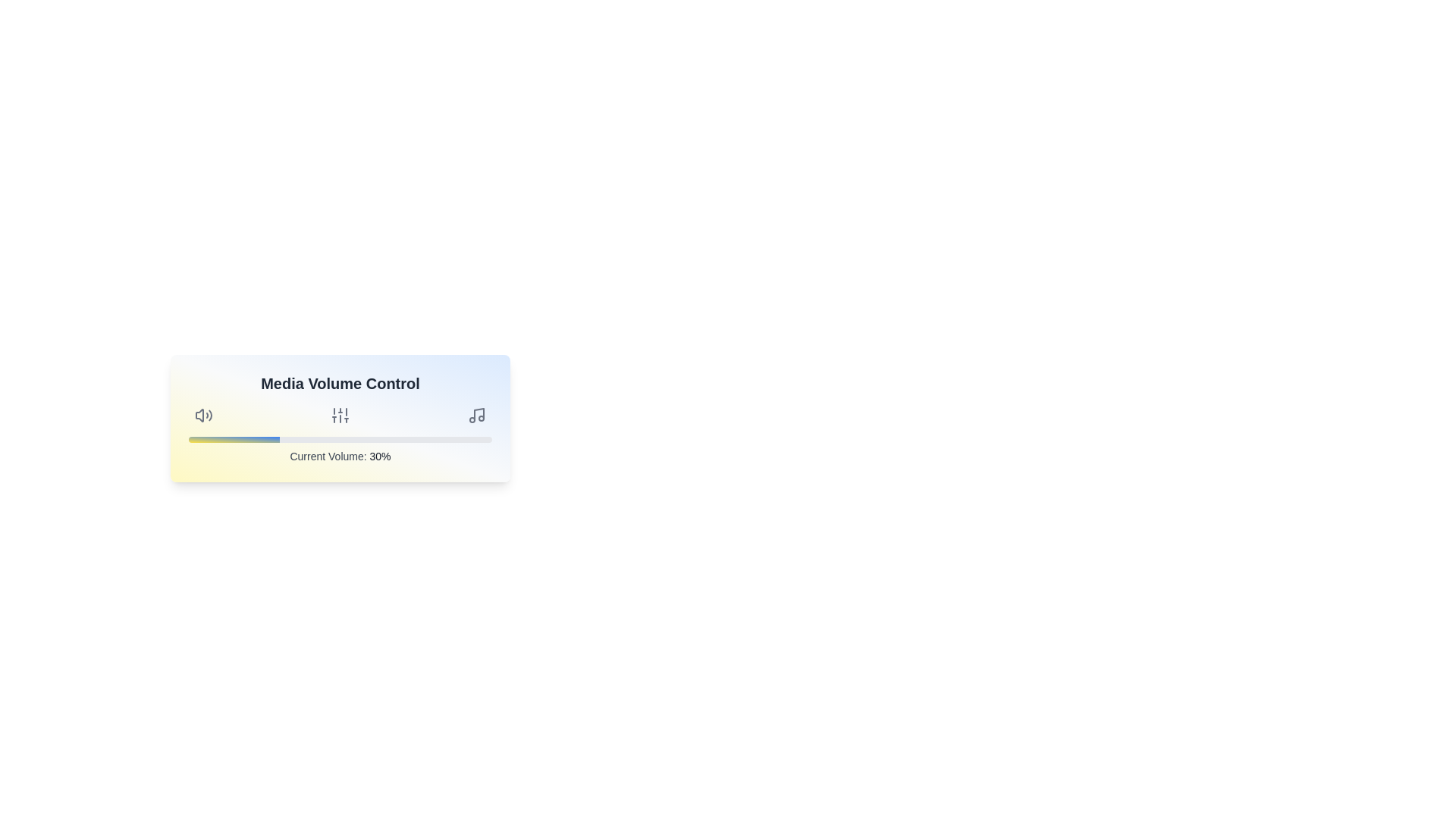 Image resolution: width=1456 pixels, height=819 pixels. I want to click on the volume, so click(416, 439).